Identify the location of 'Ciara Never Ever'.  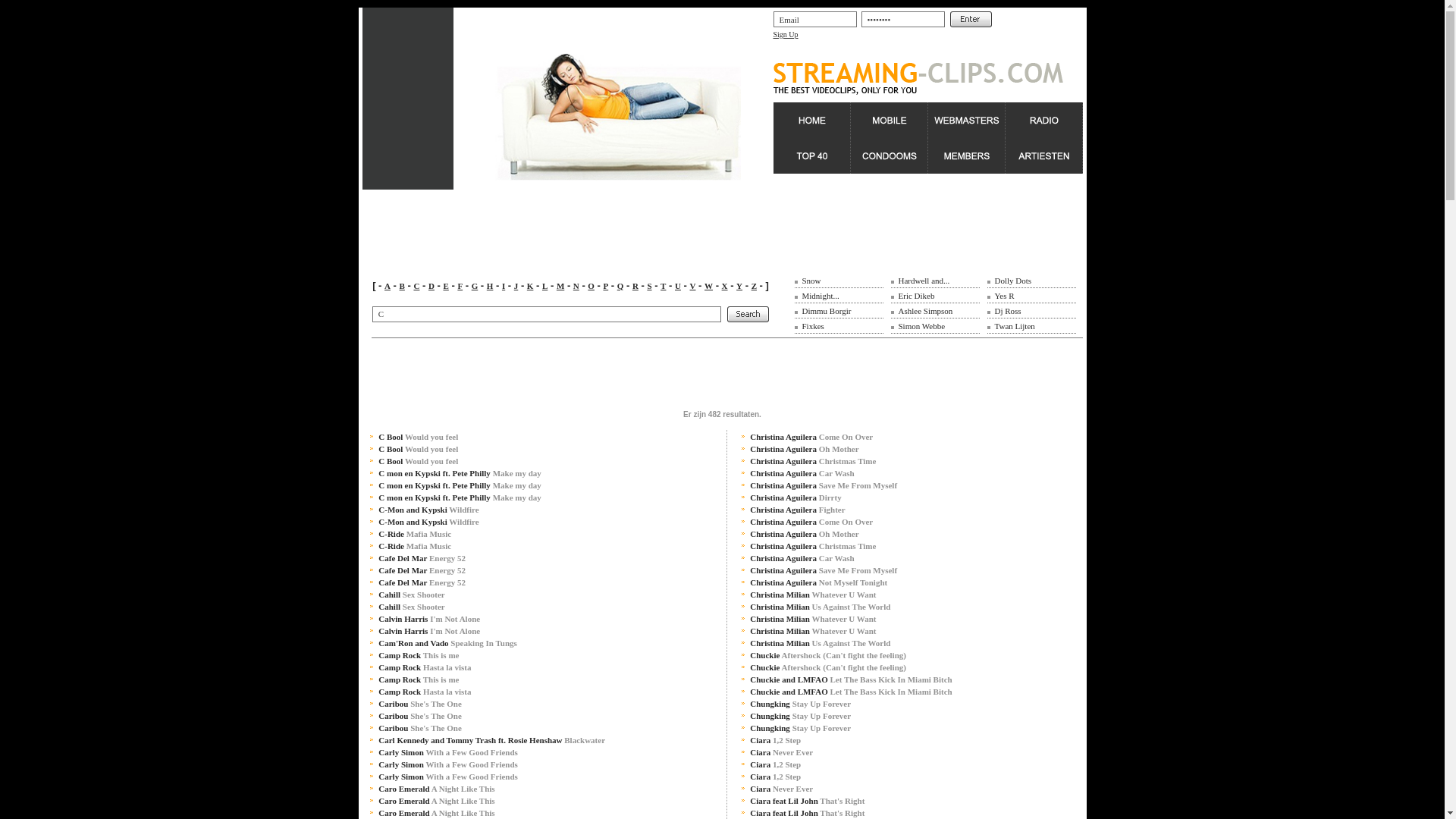
(749, 788).